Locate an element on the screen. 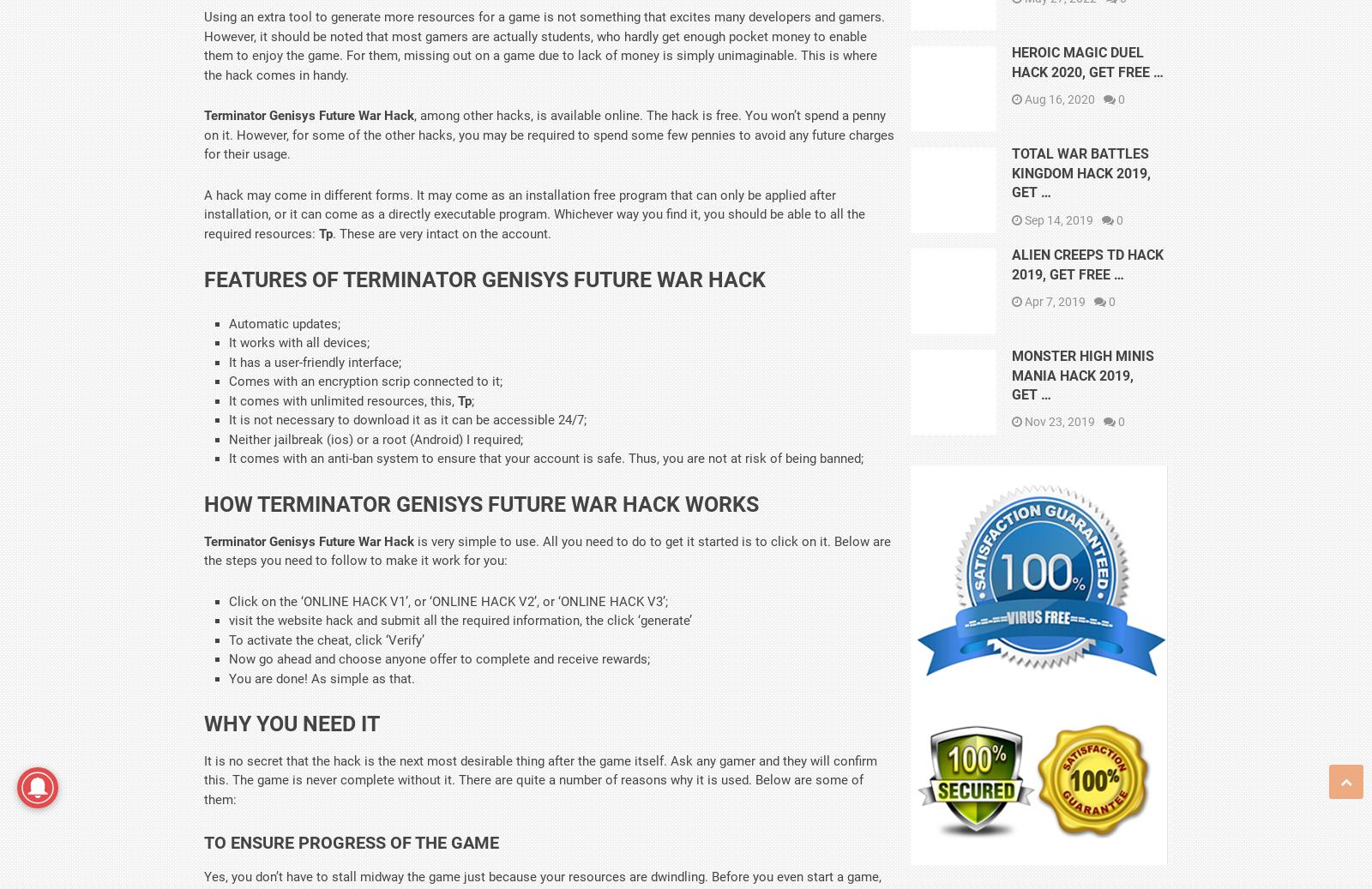  'To Ensure Progress Of The Game' is located at coordinates (350, 842).